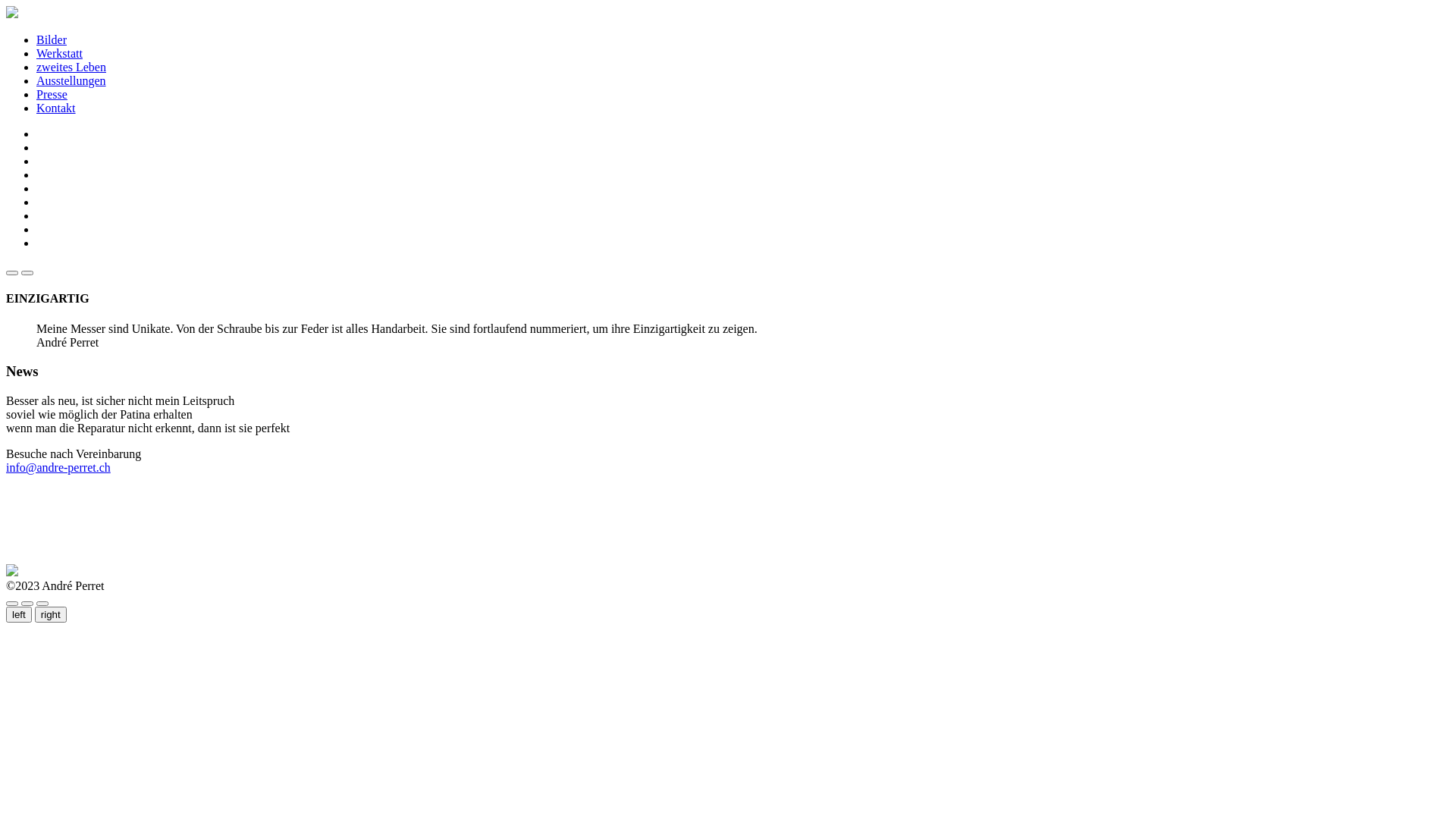 The width and height of the screenshot is (1456, 819). Describe the element at coordinates (71, 66) in the screenshot. I see `'zweites Leben'` at that location.